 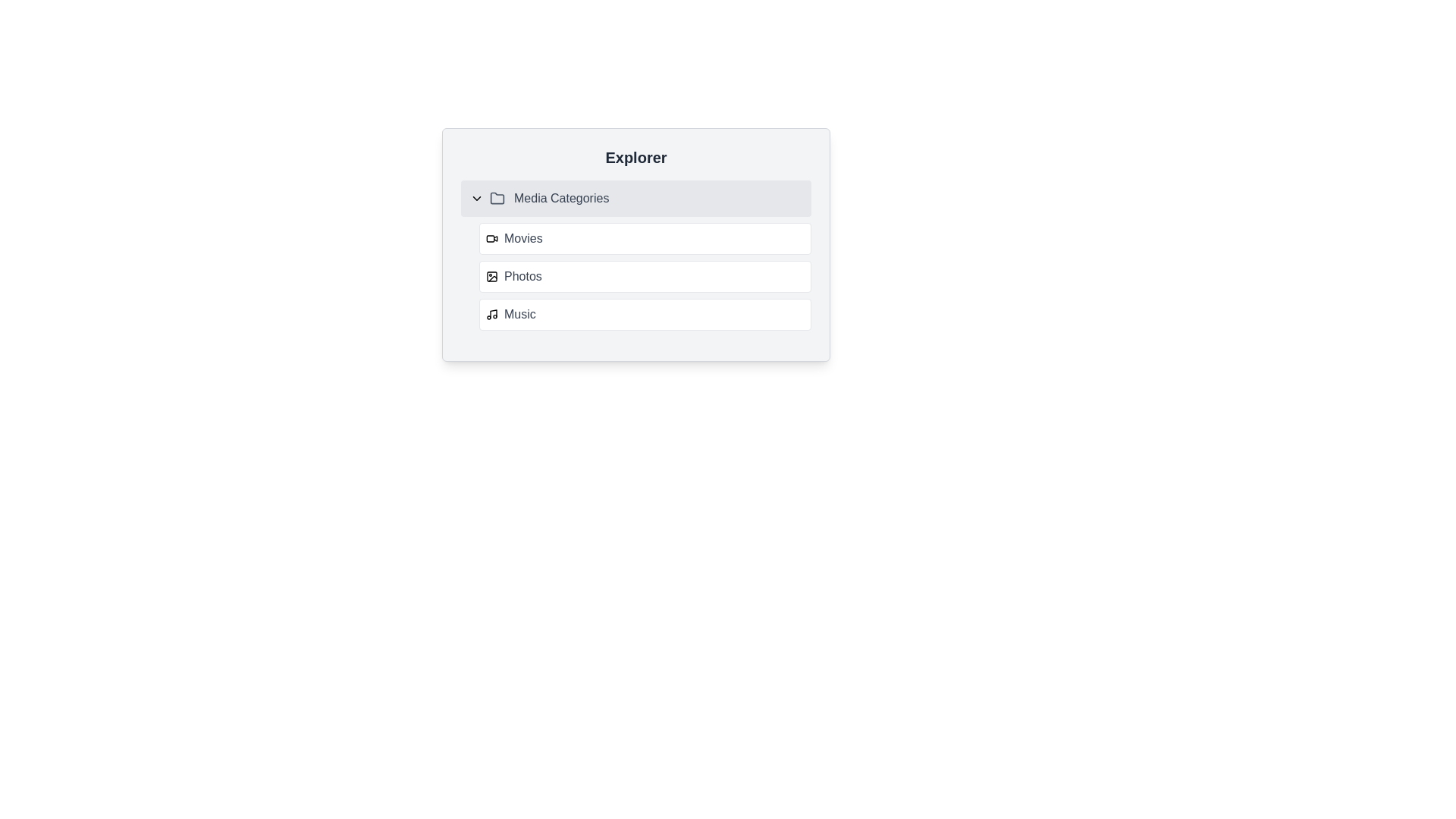 I want to click on the rectangular icon component with rounded corners located in the 'Photos' option of the Media Categories list, so click(x=491, y=277).